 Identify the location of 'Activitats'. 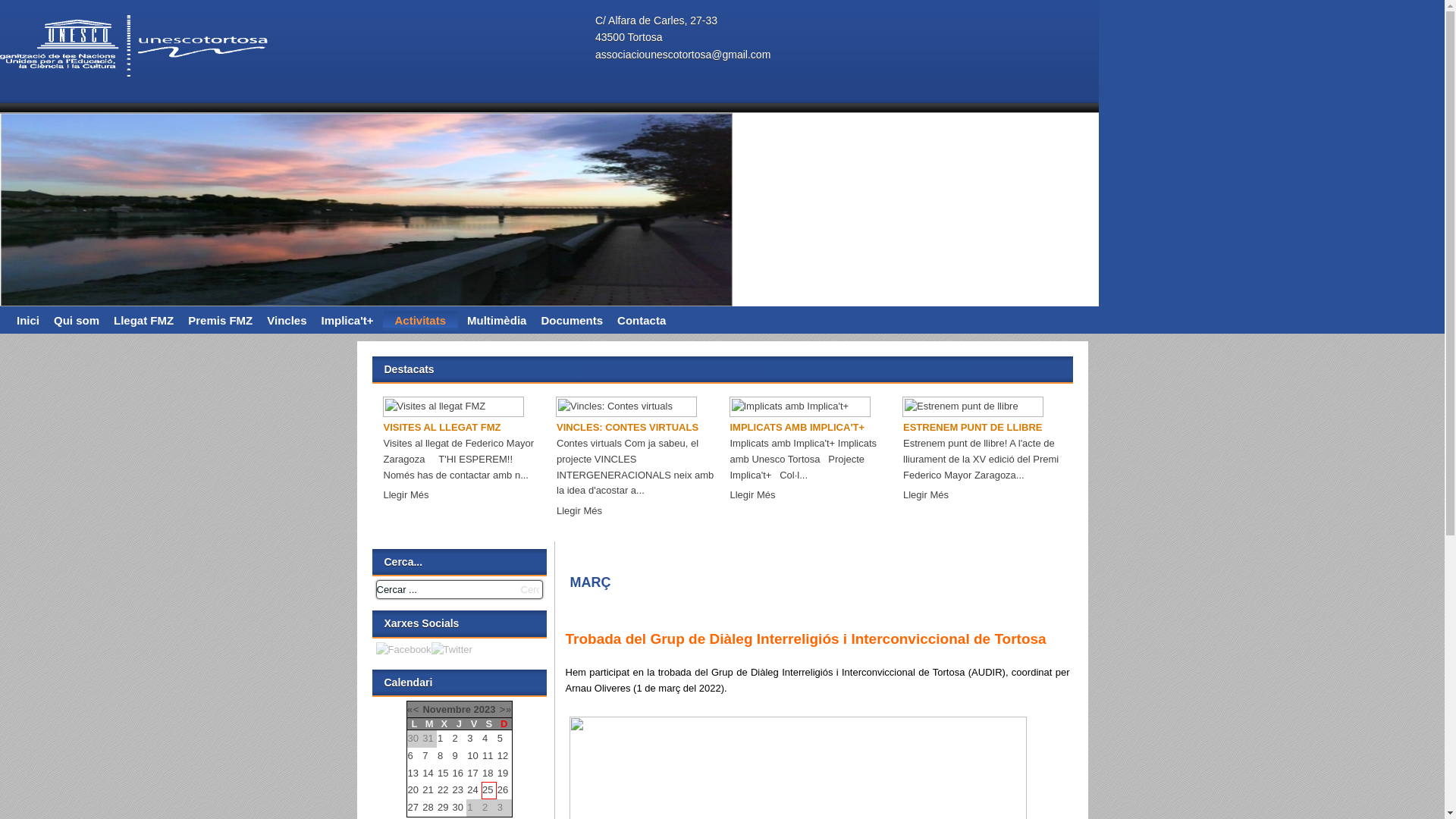
(382, 320).